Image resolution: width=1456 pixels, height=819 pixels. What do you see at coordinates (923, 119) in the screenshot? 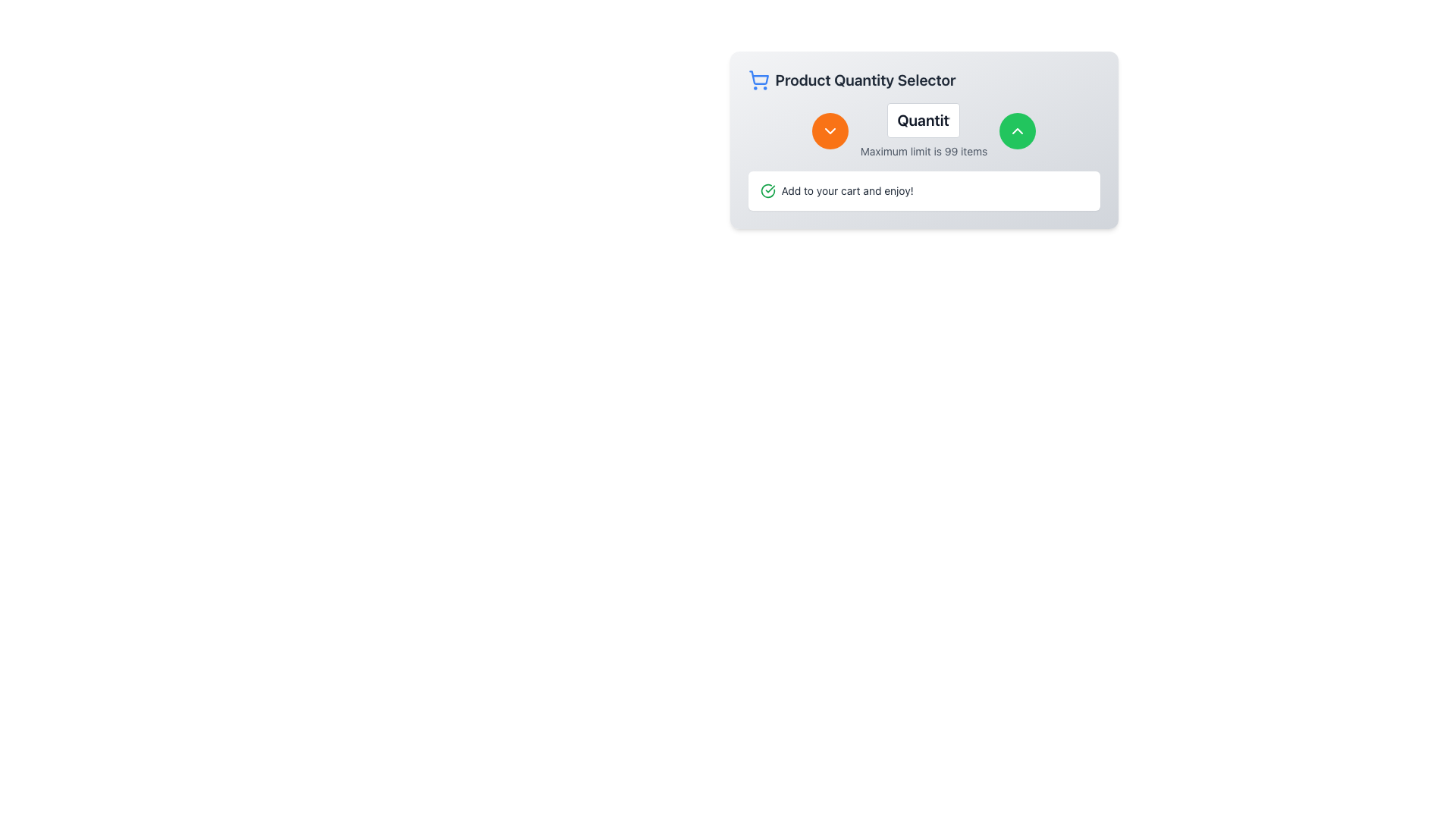
I see `the text input field labeled 'Quantity: 1' to activate any hover-specific effects` at bounding box center [923, 119].